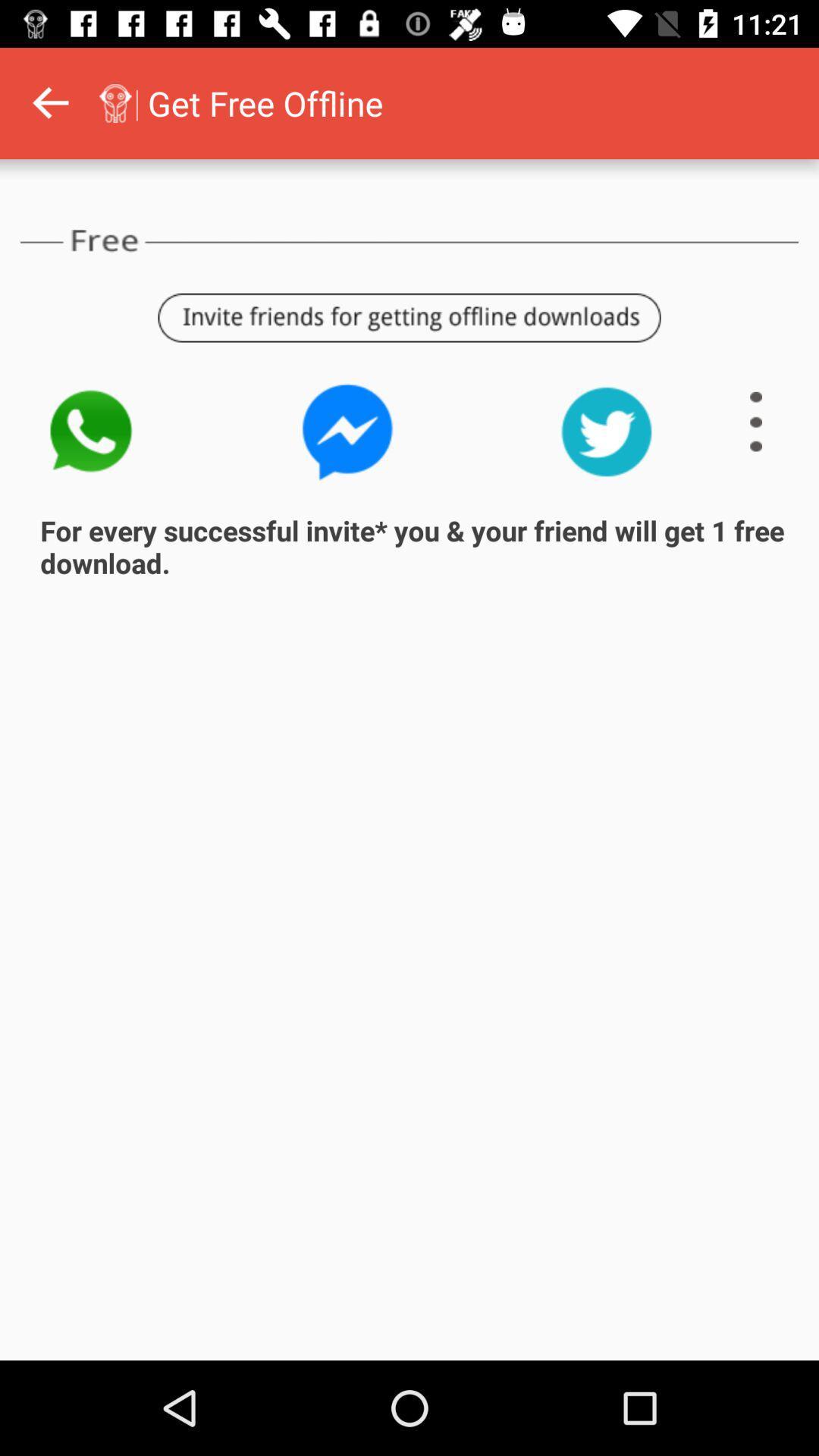 The width and height of the screenshot is (819, 1456). I want to click on invite friends through the messenger app, so click(348, 431).